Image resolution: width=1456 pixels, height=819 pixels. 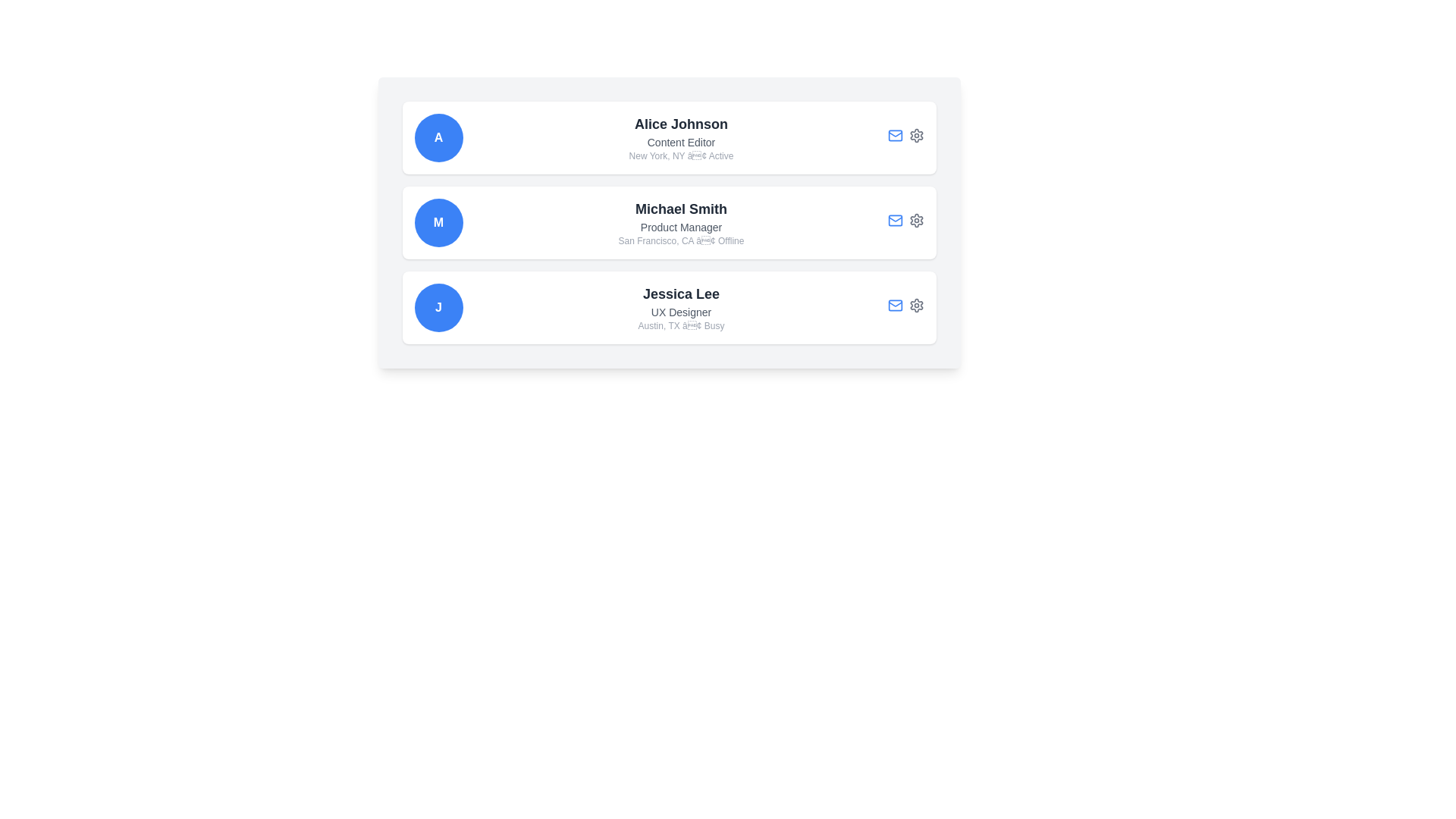 What do you see at coordinates (905, 222) in the screenshot?
I see `the group of action icons representing a blue mail envelope and a gray gear, located on the far-right side of the user information panel for 'Michael Smith'` at bounding box center [905, 222].